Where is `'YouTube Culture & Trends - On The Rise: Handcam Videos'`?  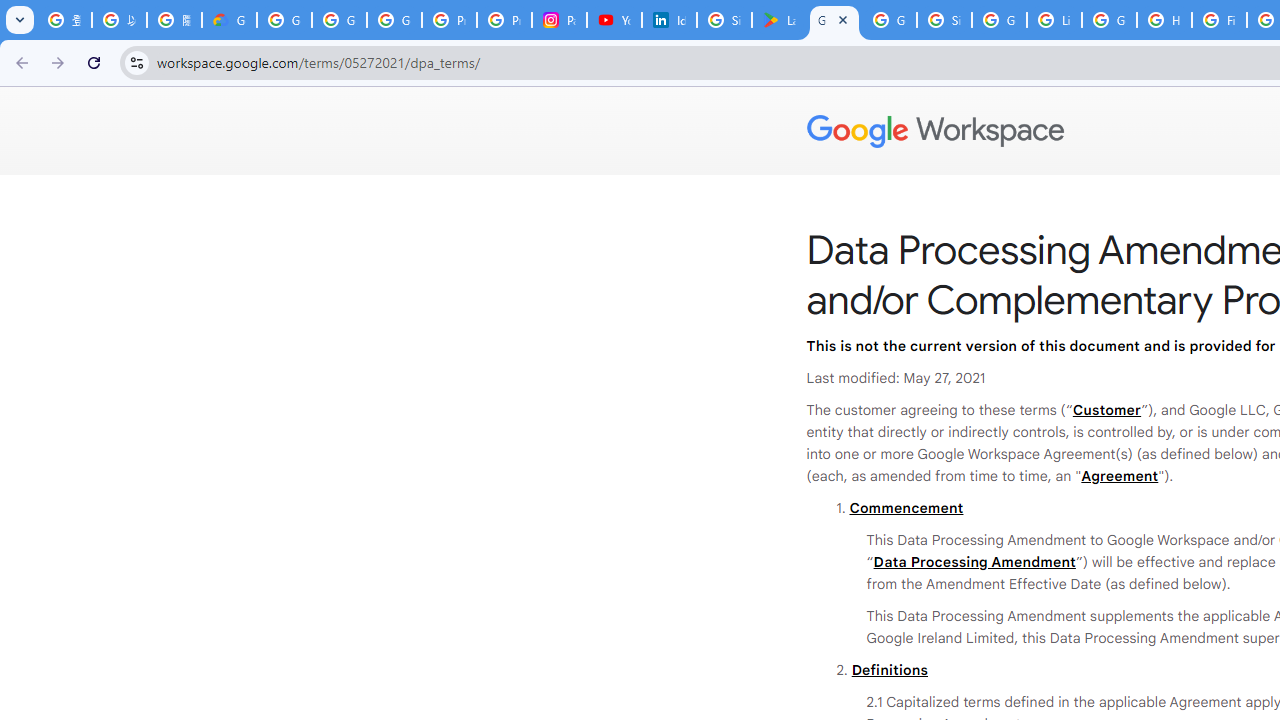 'YouTube Culture & Trends - On The Rise: Handcam Videos' is located at coordinates (614, 20).